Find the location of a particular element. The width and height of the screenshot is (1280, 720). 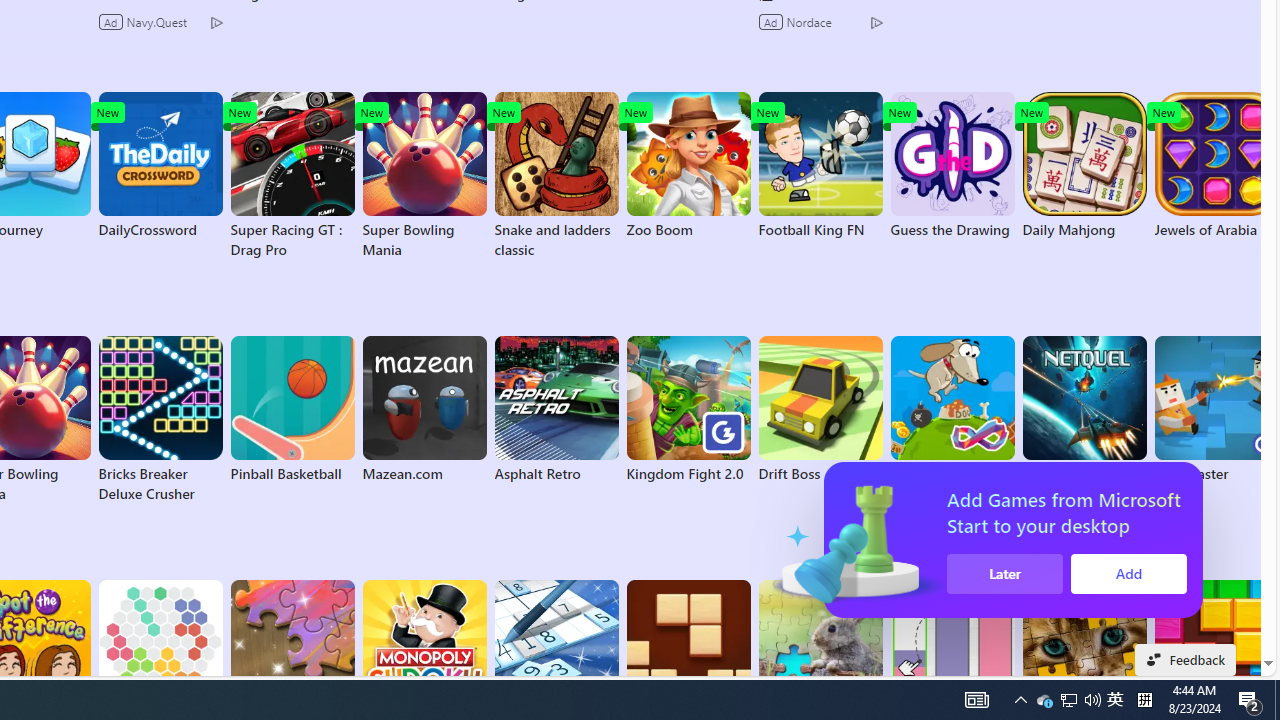

'Super Bowling Mania' is located at coordinates (423, 175).